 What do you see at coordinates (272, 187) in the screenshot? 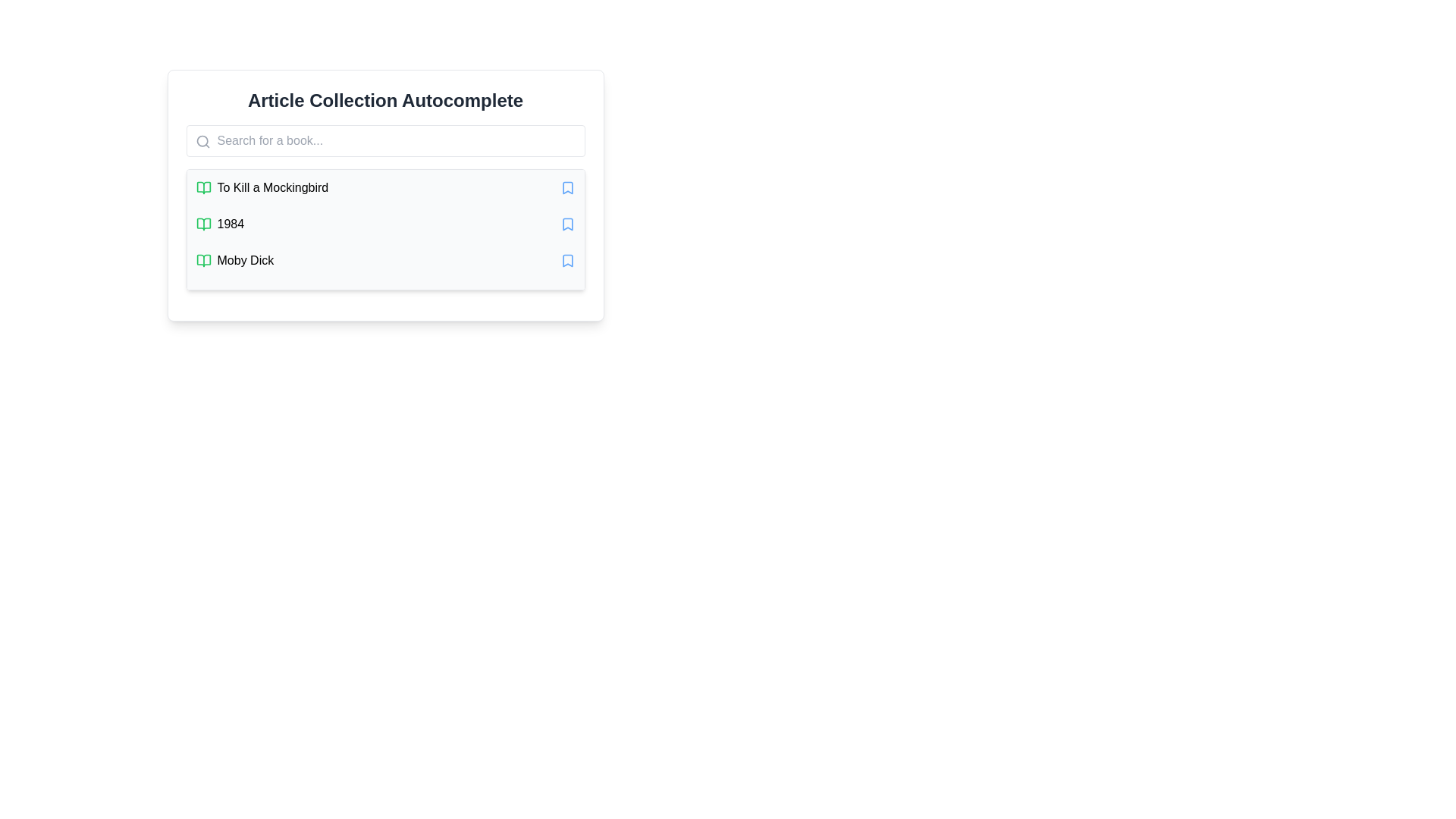
I see `the text link for 'To Kill a Mockingbird'` at bounding box center [272, 187].